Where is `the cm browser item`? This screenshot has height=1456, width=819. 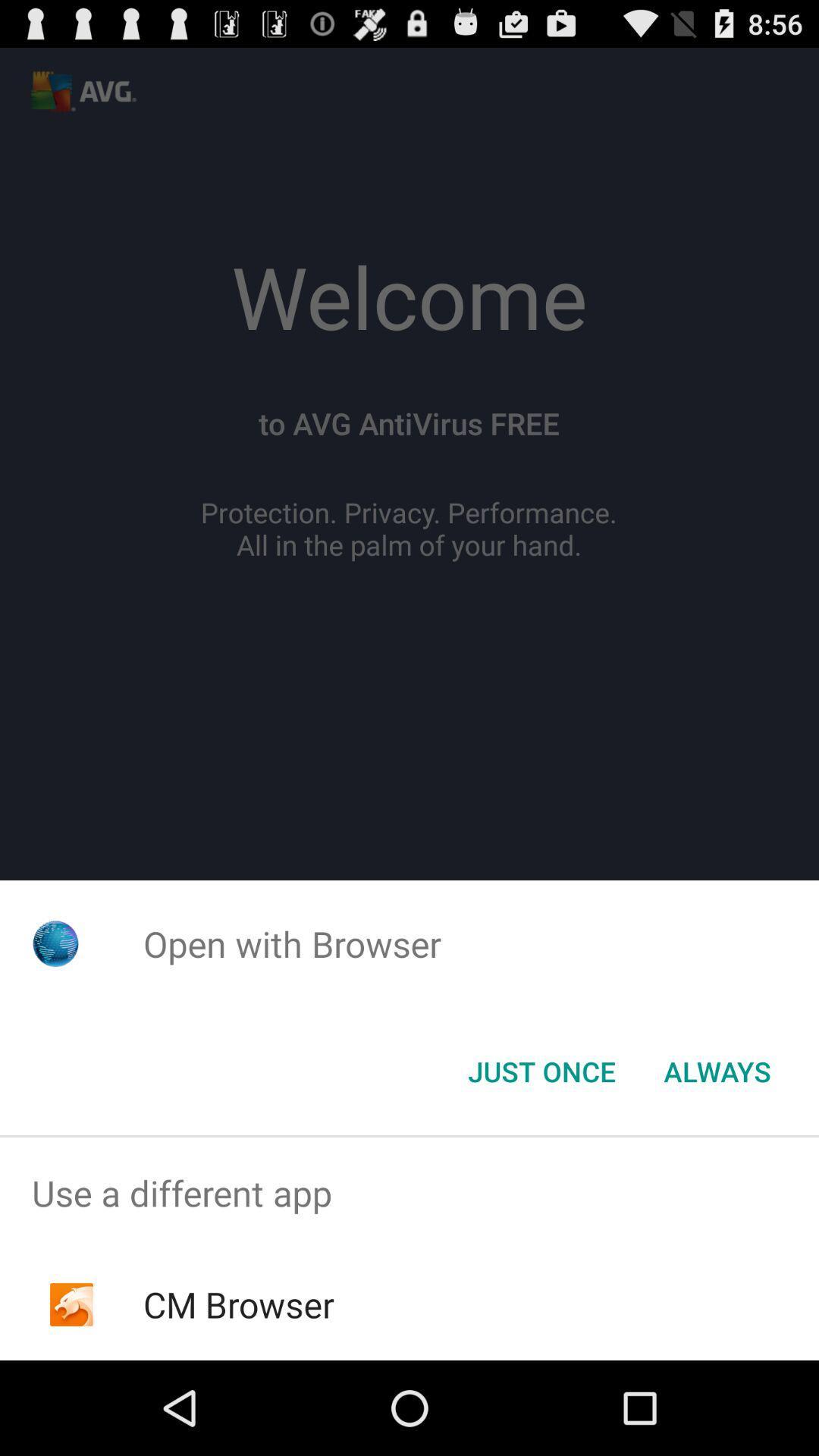 the cm browser item is located at coordinates (239, 1304).